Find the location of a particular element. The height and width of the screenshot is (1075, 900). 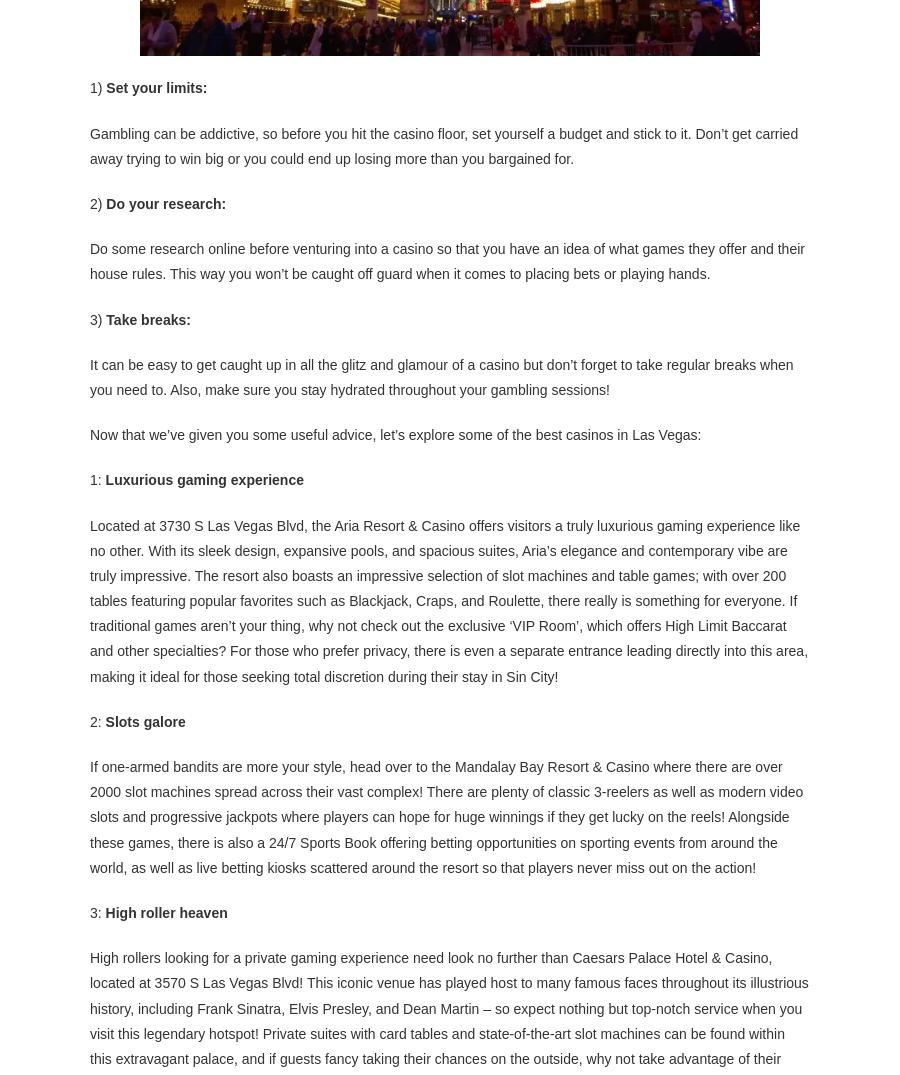

'1)' is located at coordinates (97, 86).